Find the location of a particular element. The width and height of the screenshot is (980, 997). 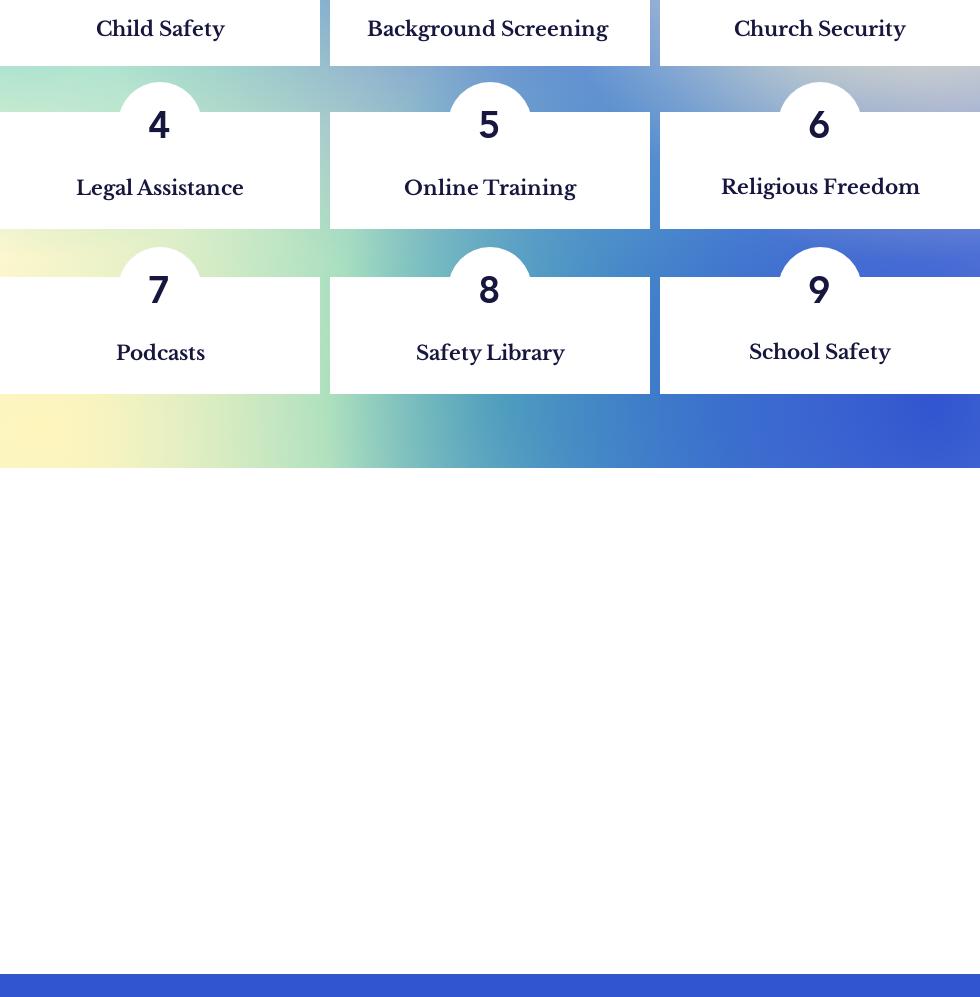

'5' is located at coordinates (489, 124).